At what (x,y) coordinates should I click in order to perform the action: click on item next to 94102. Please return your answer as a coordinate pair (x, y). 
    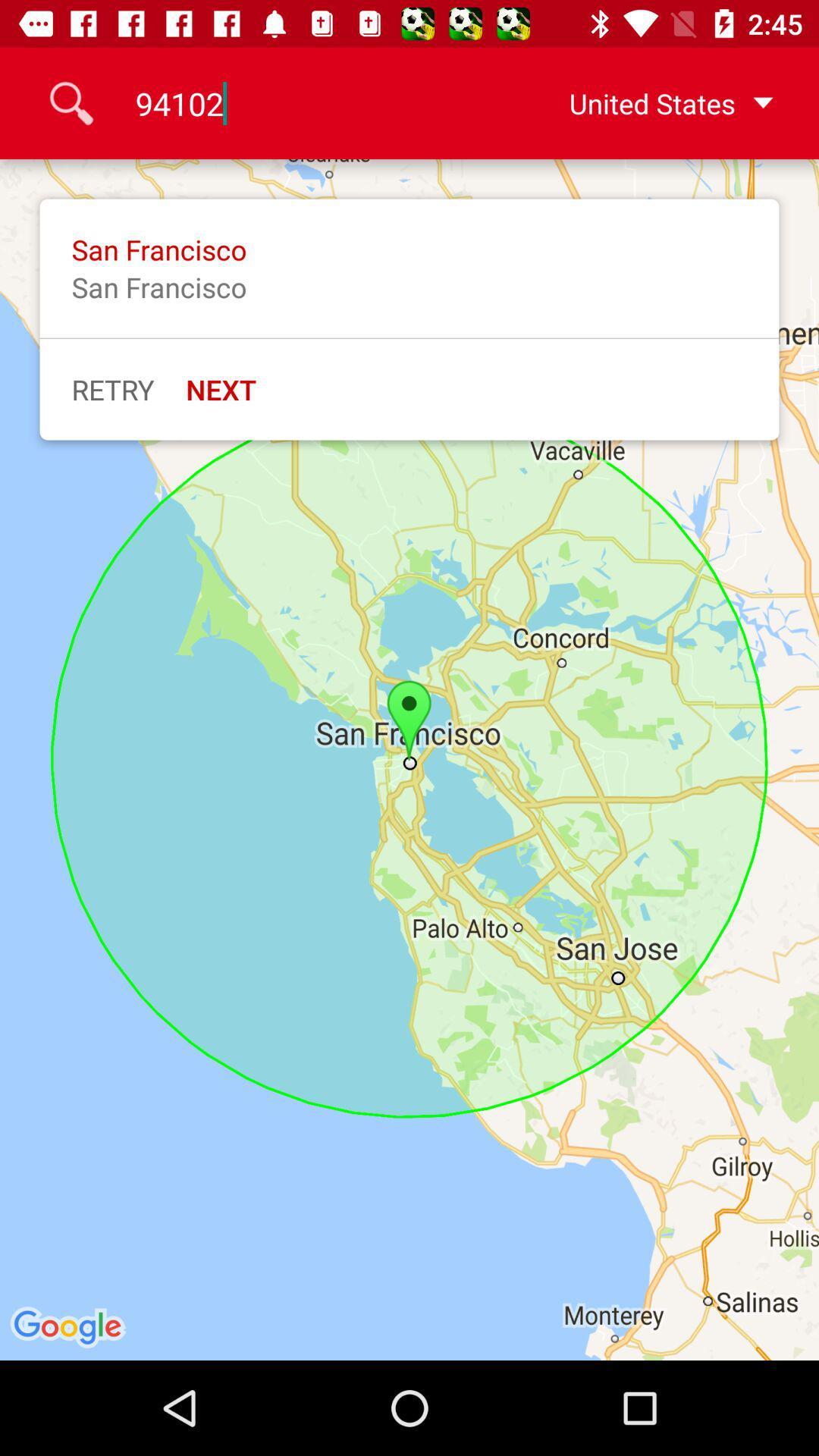
    Looking at the image, I should click on (647, 102).